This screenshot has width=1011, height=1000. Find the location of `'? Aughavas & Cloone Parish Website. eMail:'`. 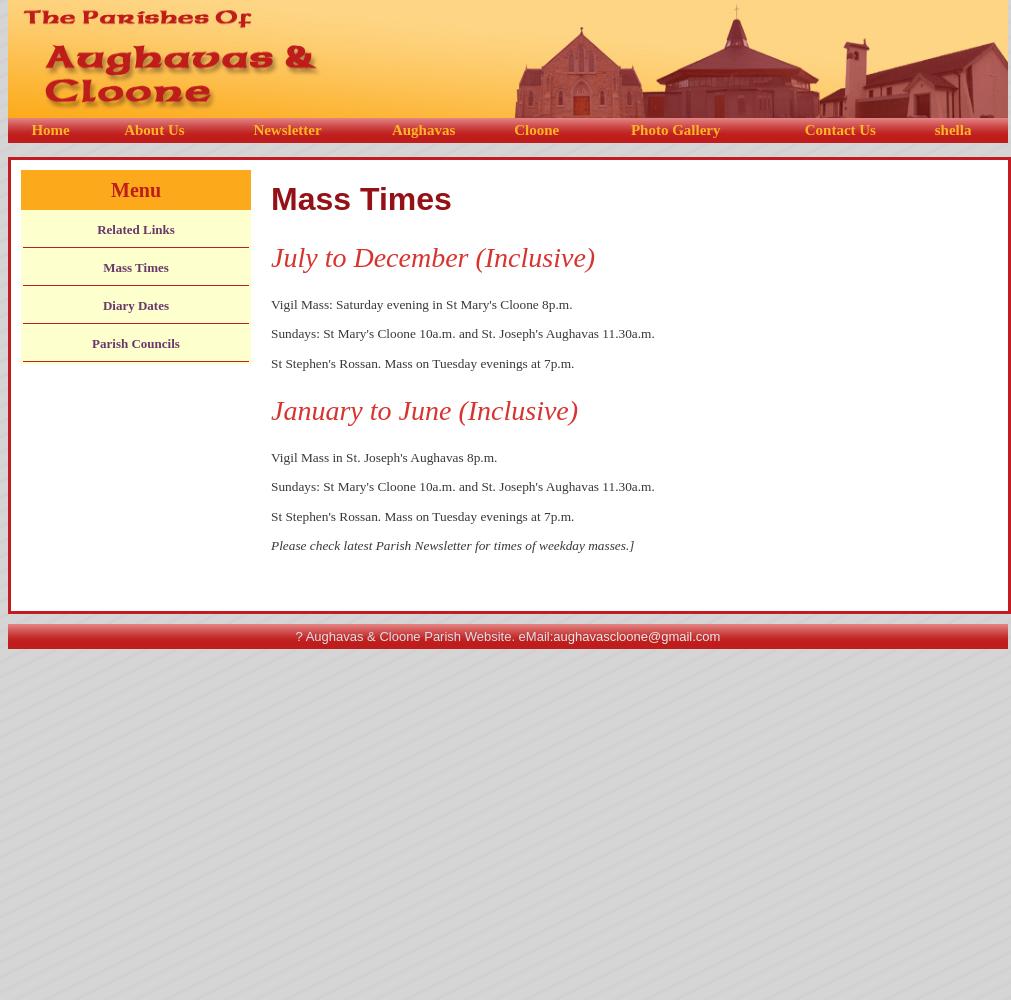

'? Aughavas & Cloone Parish Website. eMail:' is located at coordinates (423, 636).